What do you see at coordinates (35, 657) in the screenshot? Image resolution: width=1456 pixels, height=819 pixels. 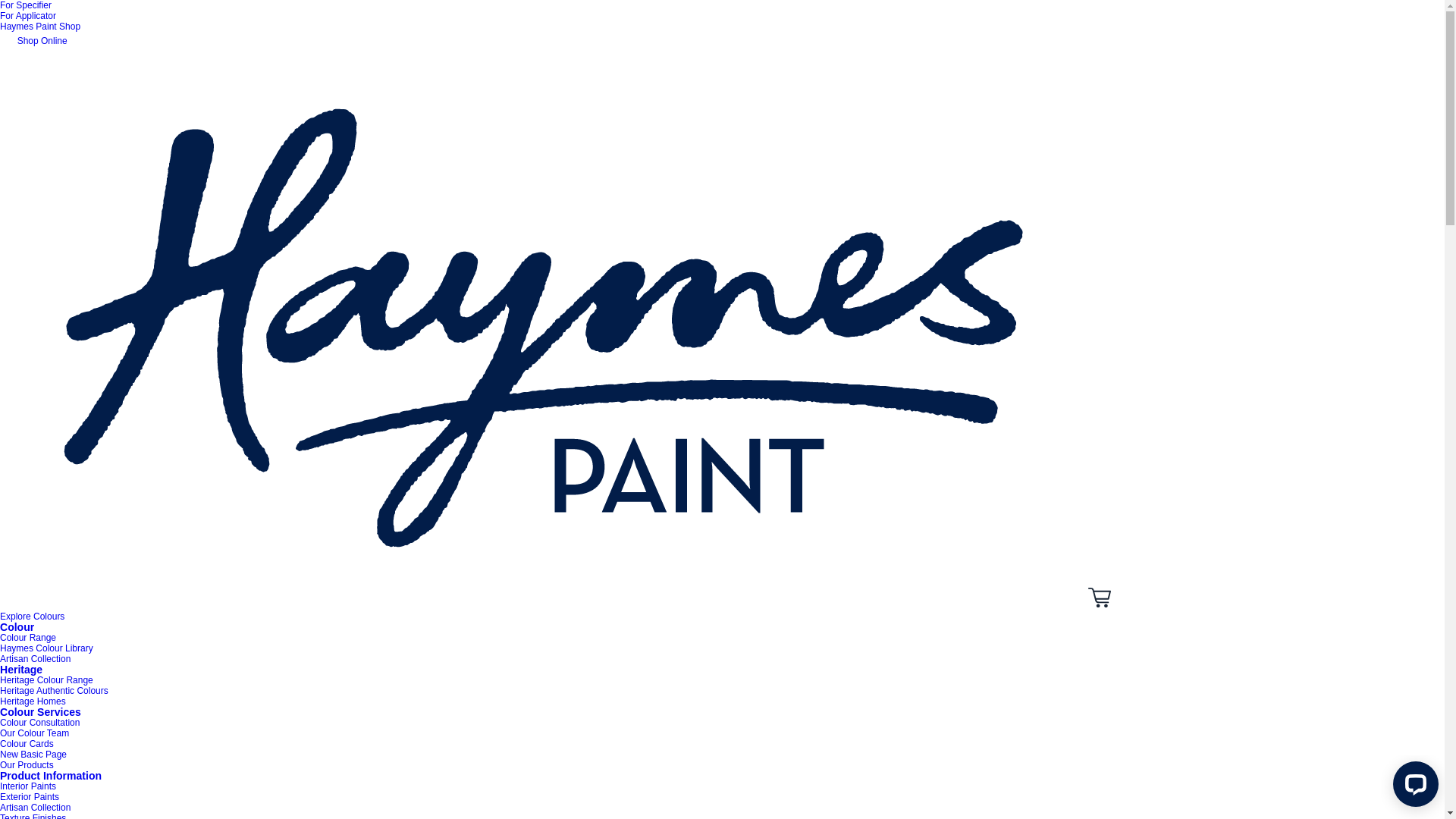 I see `'Artisan Collection'` at bounding box center [35, 657].